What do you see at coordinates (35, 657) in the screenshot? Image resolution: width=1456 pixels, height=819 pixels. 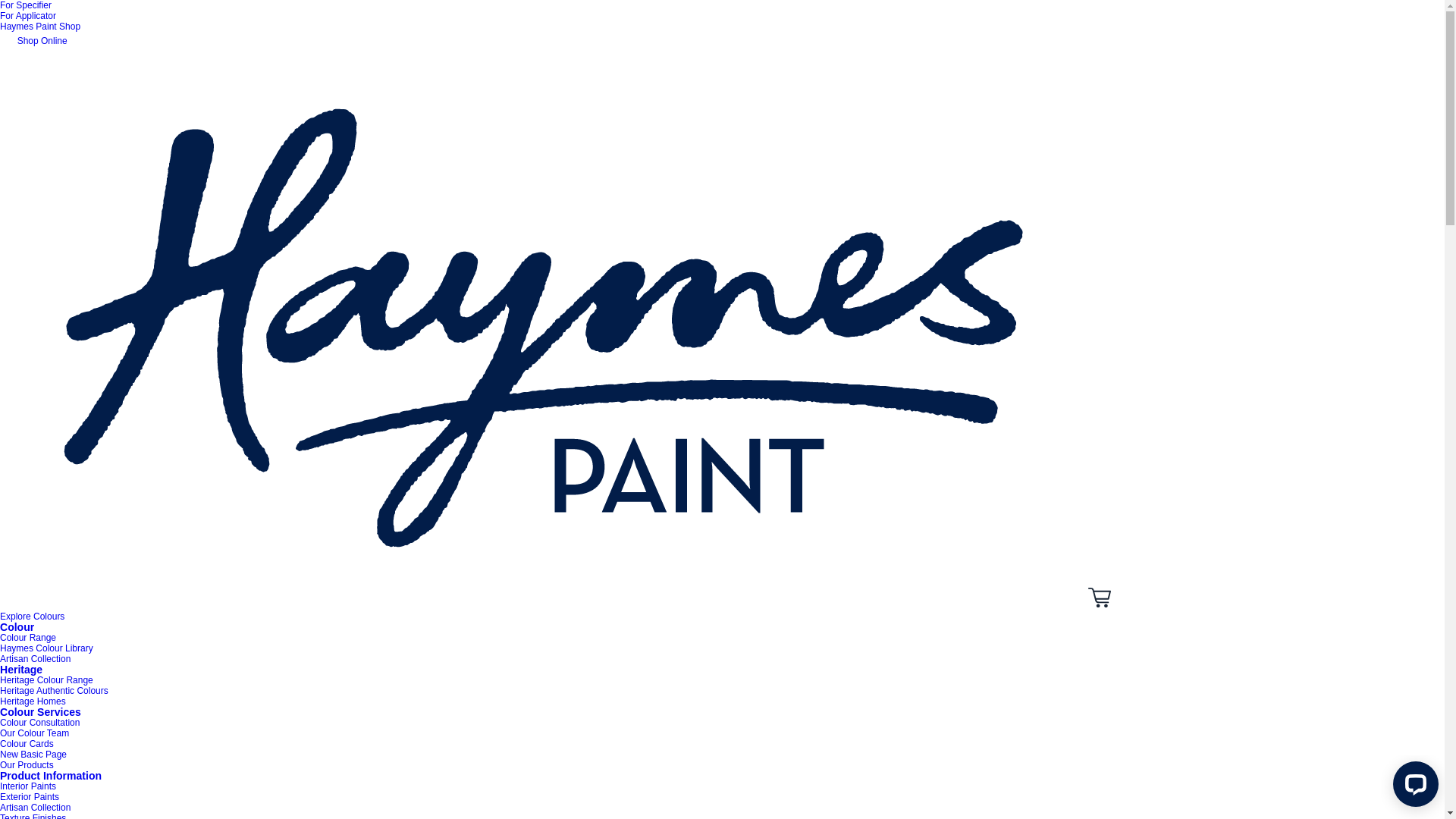 I see `'Artisan Collection'` at bounding box center [35, 657].